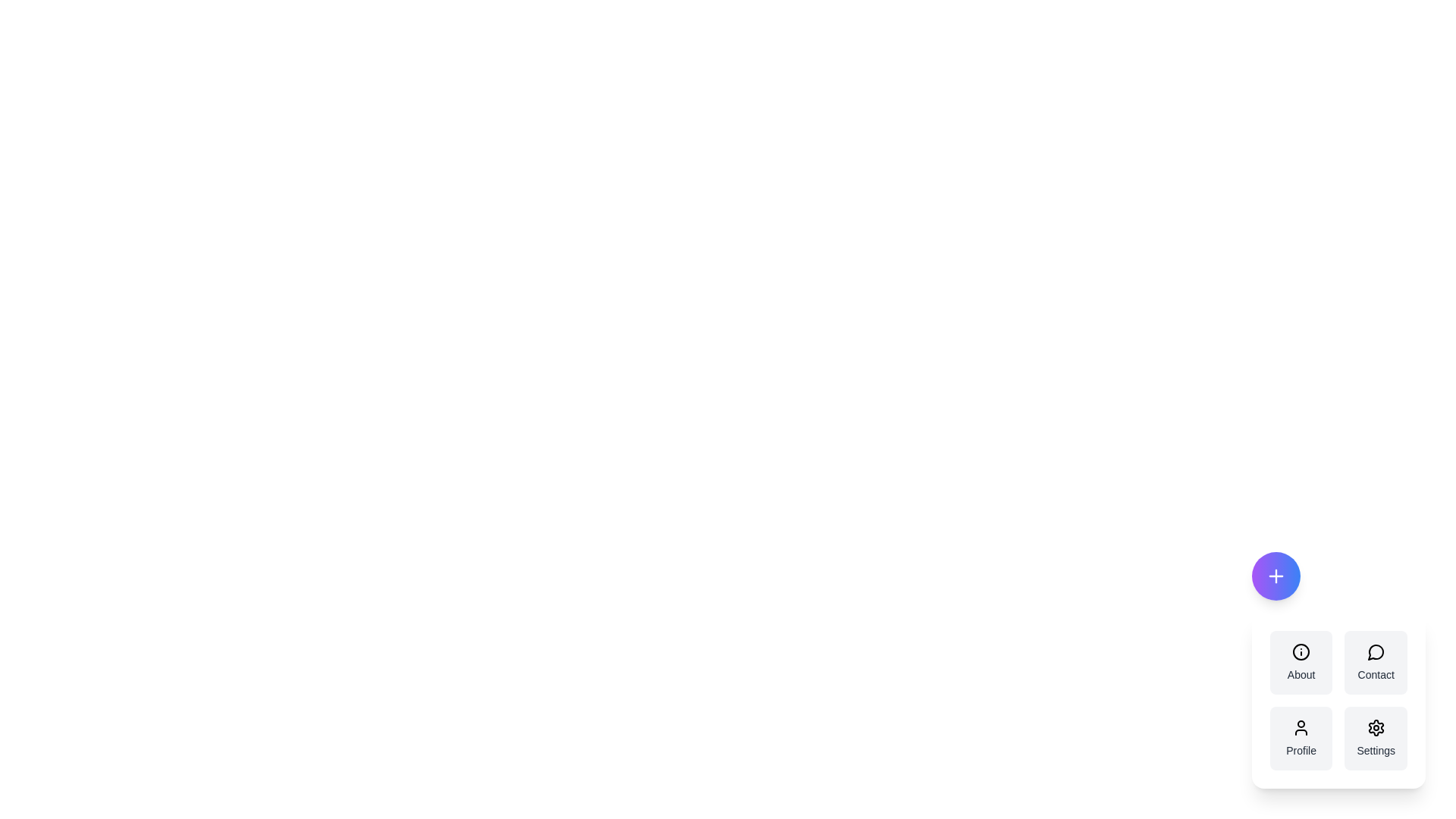 This screenshot has height=819, width=1456. I want to click on the menu option Profile, so click(1301, 738).